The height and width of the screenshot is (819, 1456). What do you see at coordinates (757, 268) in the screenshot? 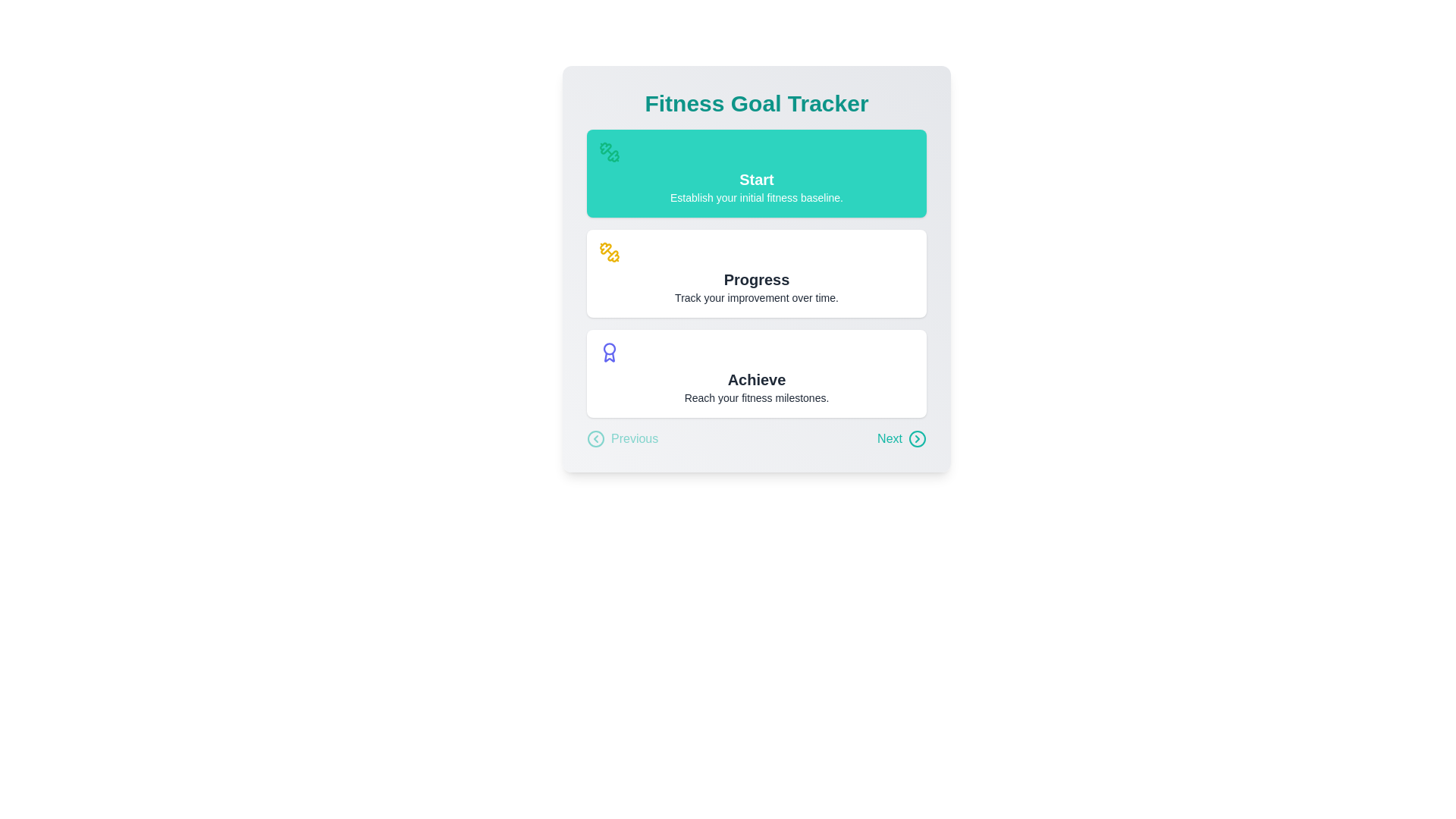
I see `on the Informational card related` at bounding box center [757, 268].